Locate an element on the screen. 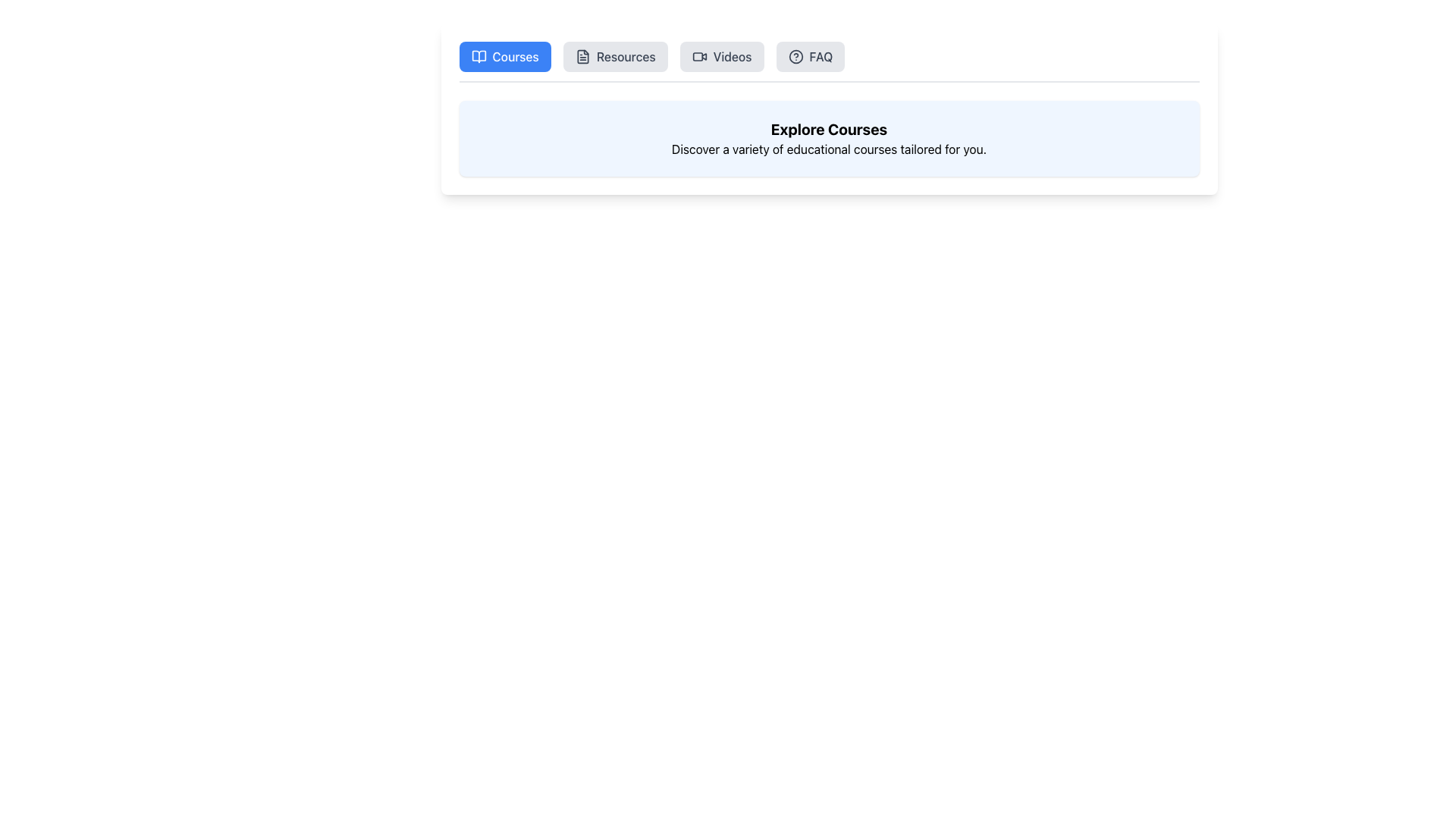 The image size is (1456, 819). the circular icon containing a question mark, which is styled in gray and located to the left of the 'FAQ' button is located at coordinates (795, 55).